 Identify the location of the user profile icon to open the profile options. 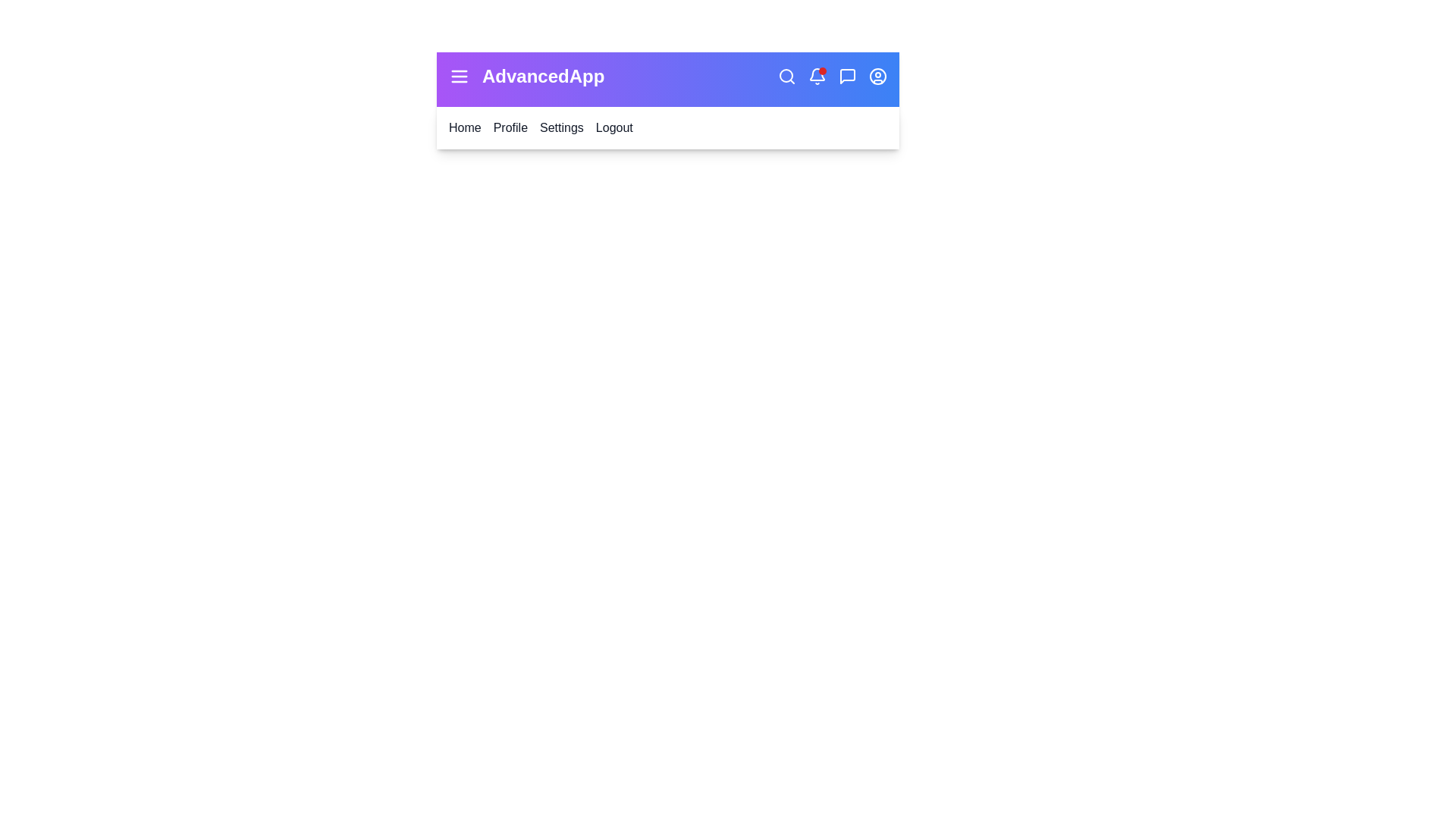
(877, 76).